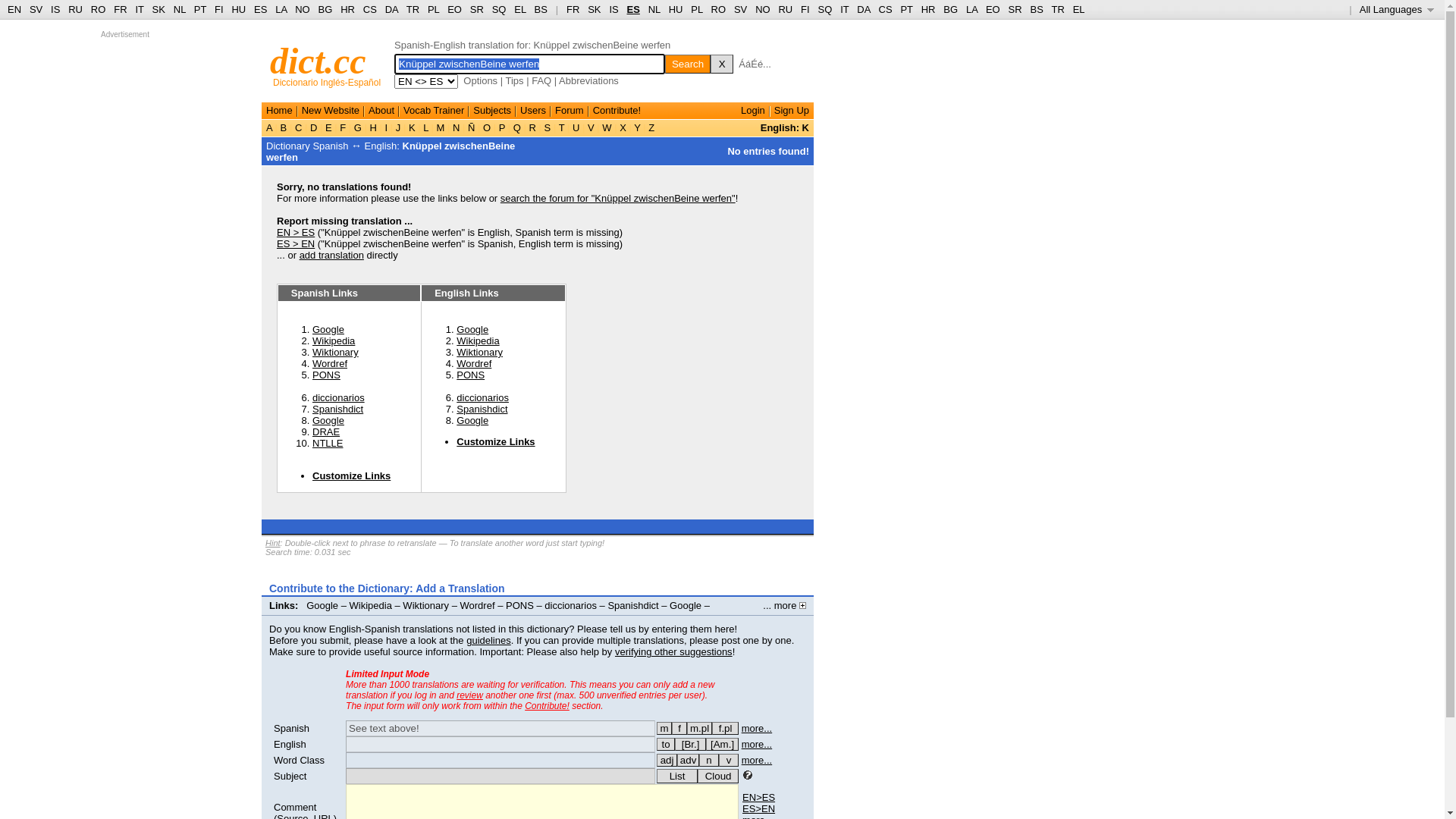  What do you see at coordinates (774, 109) in the screenshot?
I see `'Sign Up'` at bounding box center [774, 109].